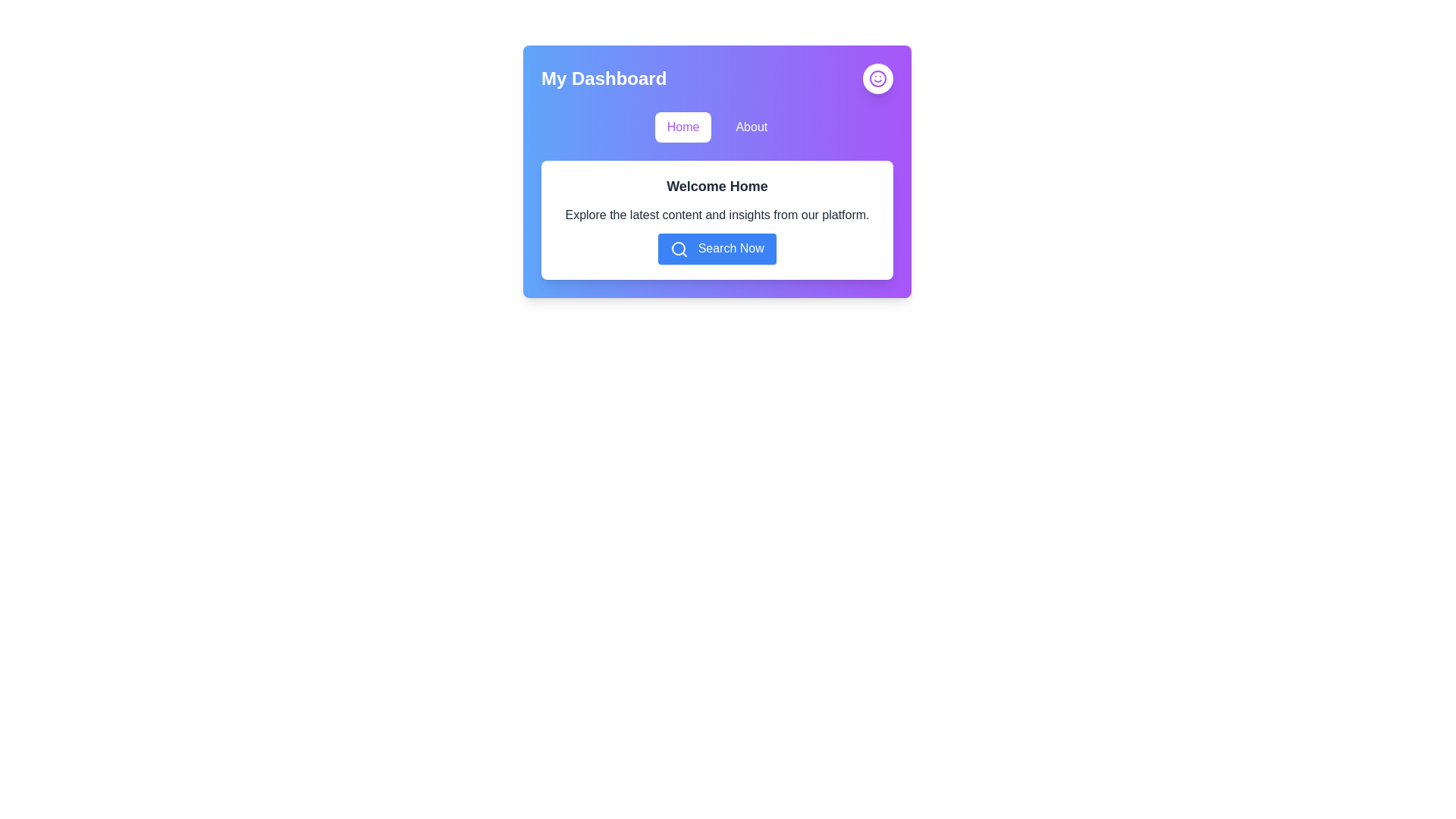 The width and height of the screenshot is (1456, 819). I want to click on the interactive button located, so click(877, 79).